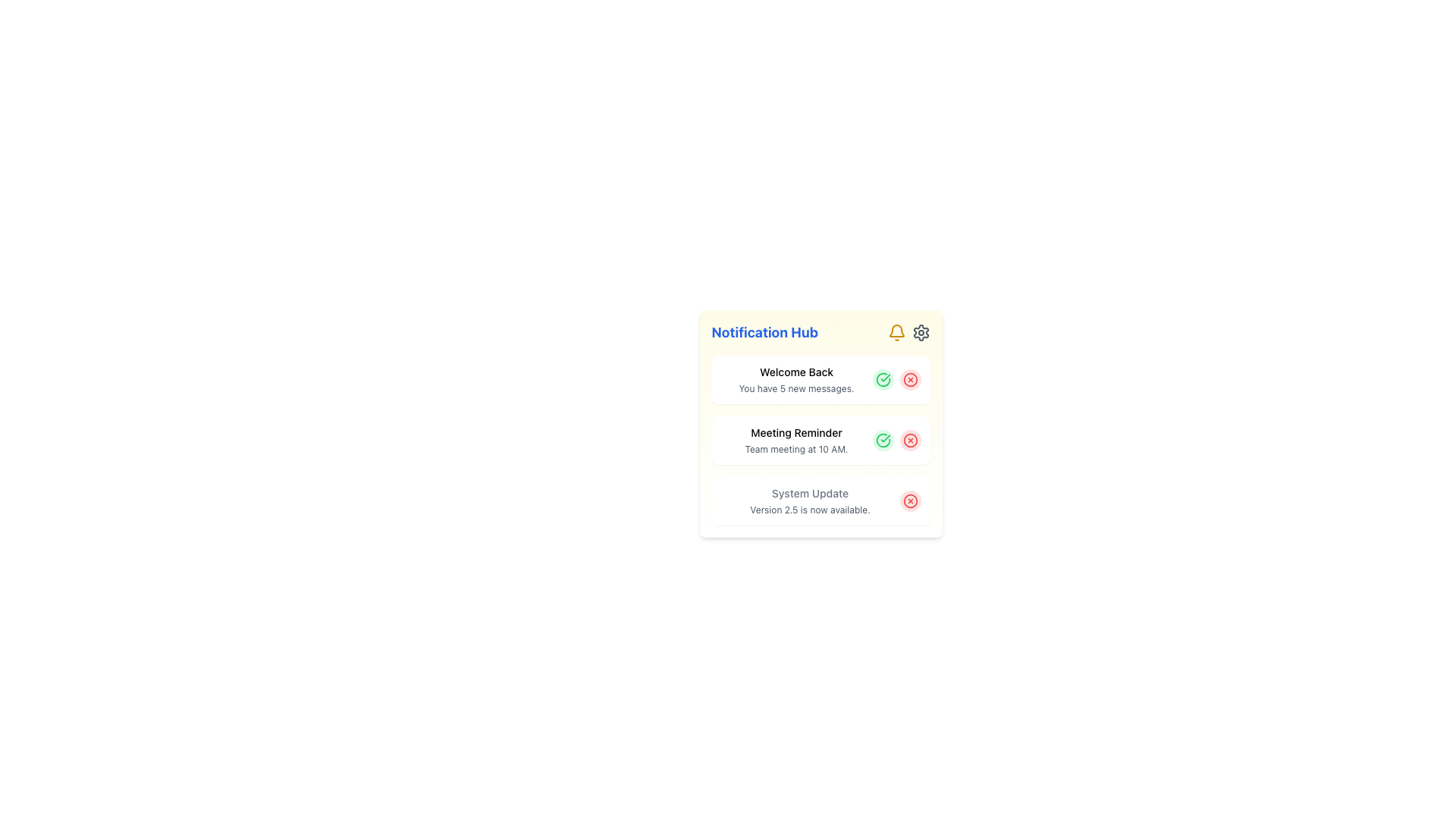 The height and width of the screenshot is (819, 1456). I want to click on the button group located in the bottom right corner of the 'Meeting Reminder' notification to approve or dismiss the notification, so click(896, 441).